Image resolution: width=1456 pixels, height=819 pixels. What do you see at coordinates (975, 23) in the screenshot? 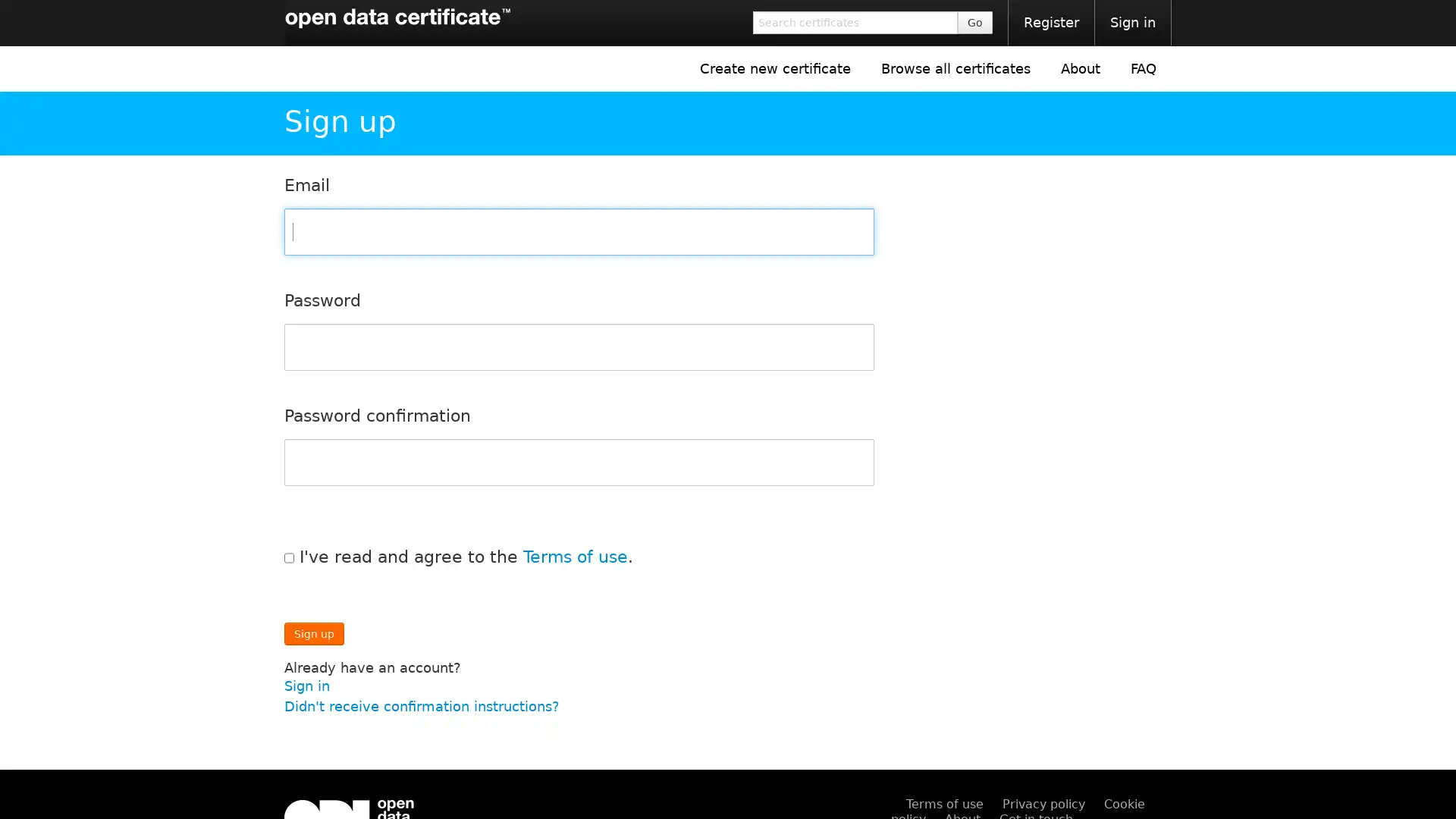
I see `Go` at bounding box center [975, 23].